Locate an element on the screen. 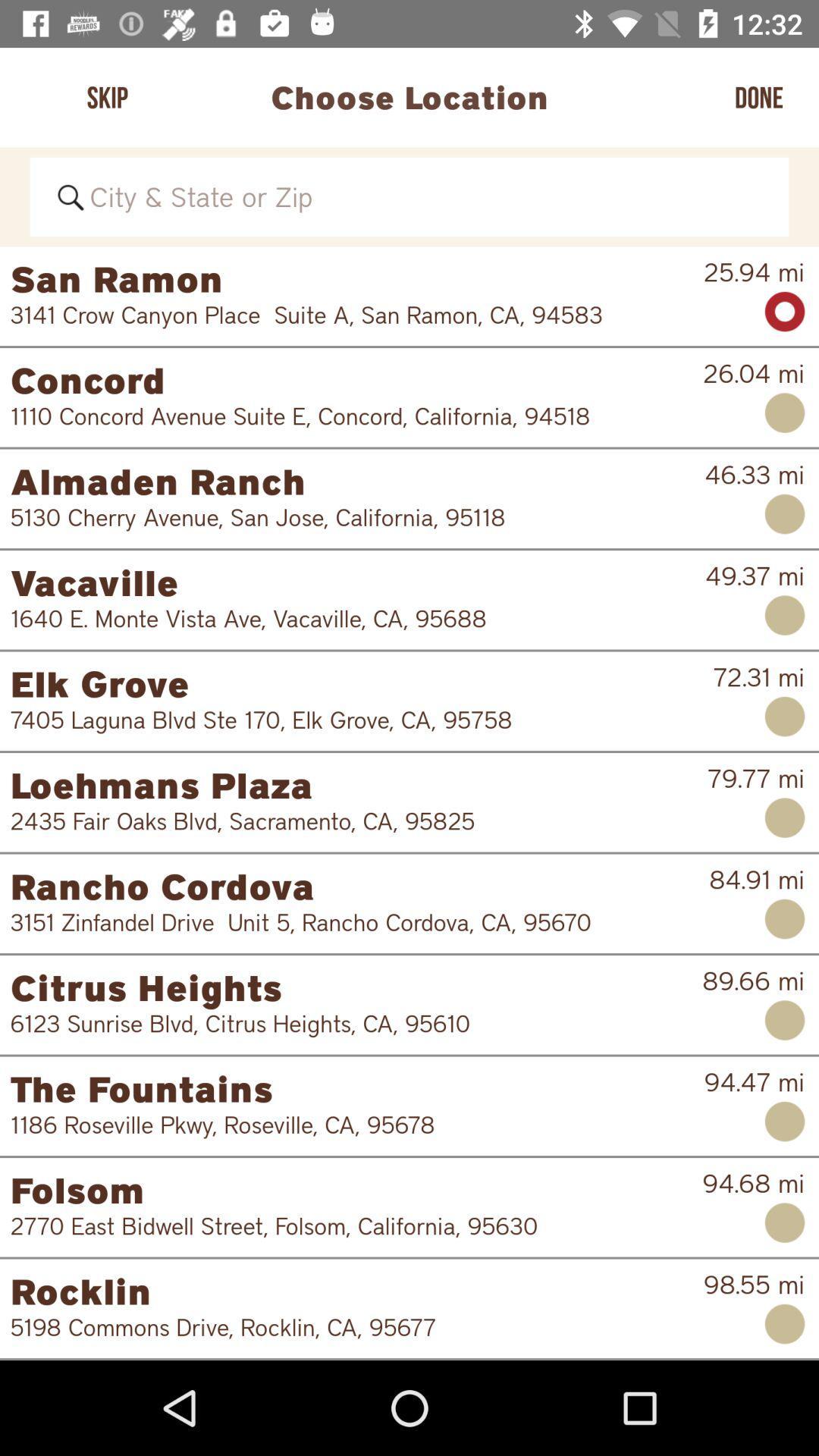  item to the right of loehmans plaza item is located at coordinates (756, 778).